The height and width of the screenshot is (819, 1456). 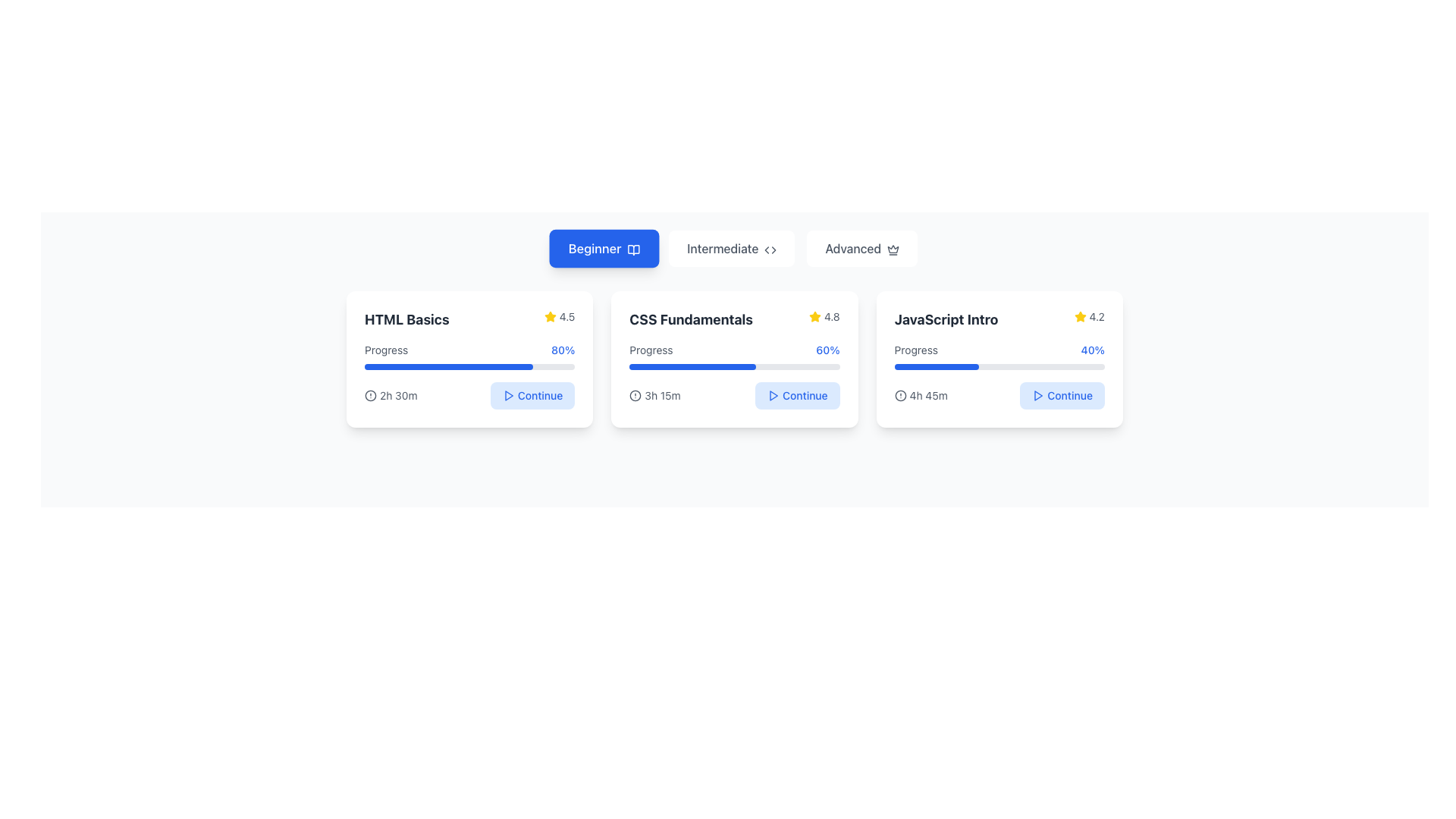 I want to click on the 'Continue' button with an embedded icon and text for the course 'CSS Fundamentals', so click(x=796, y=394).